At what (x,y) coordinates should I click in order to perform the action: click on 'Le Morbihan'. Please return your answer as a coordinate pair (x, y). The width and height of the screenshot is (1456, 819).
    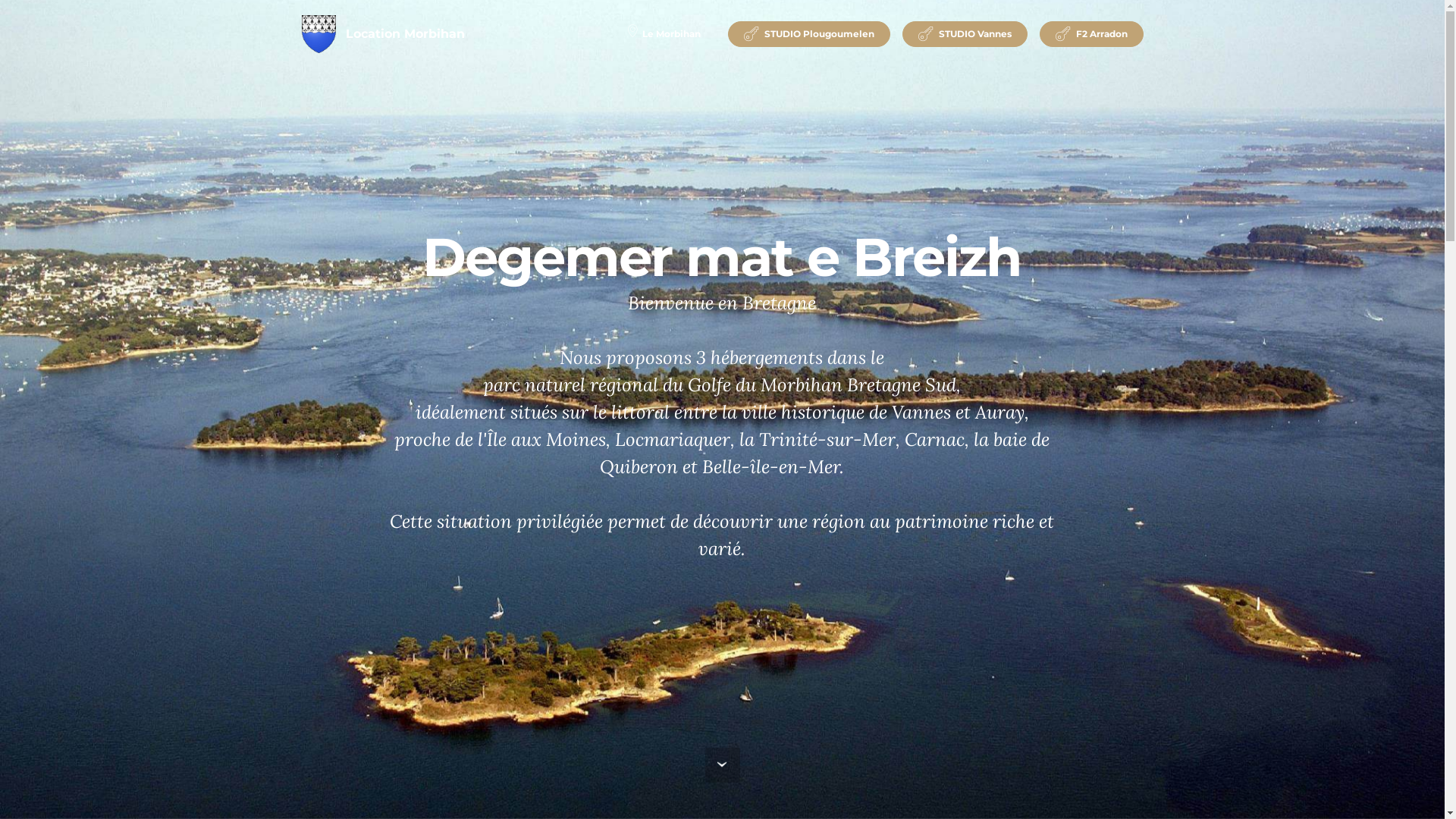
    Looking at the image, I should click on (664, 34).